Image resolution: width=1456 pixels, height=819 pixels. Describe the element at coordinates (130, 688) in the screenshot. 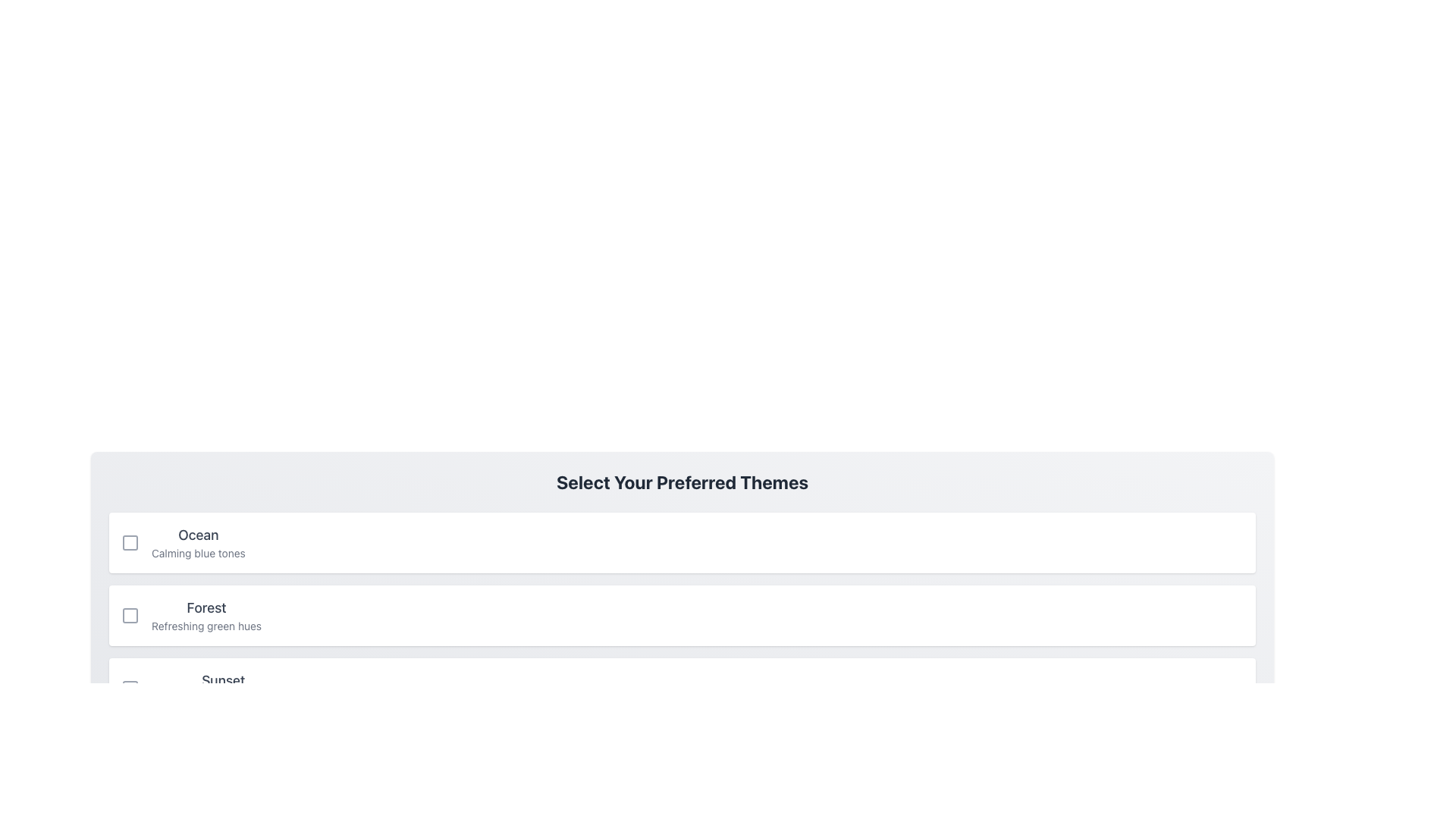

I see `the small gray outlined square with rounded corners located next to the 'Sunset' label to trigger a tooltip or highlight effect` at that location.